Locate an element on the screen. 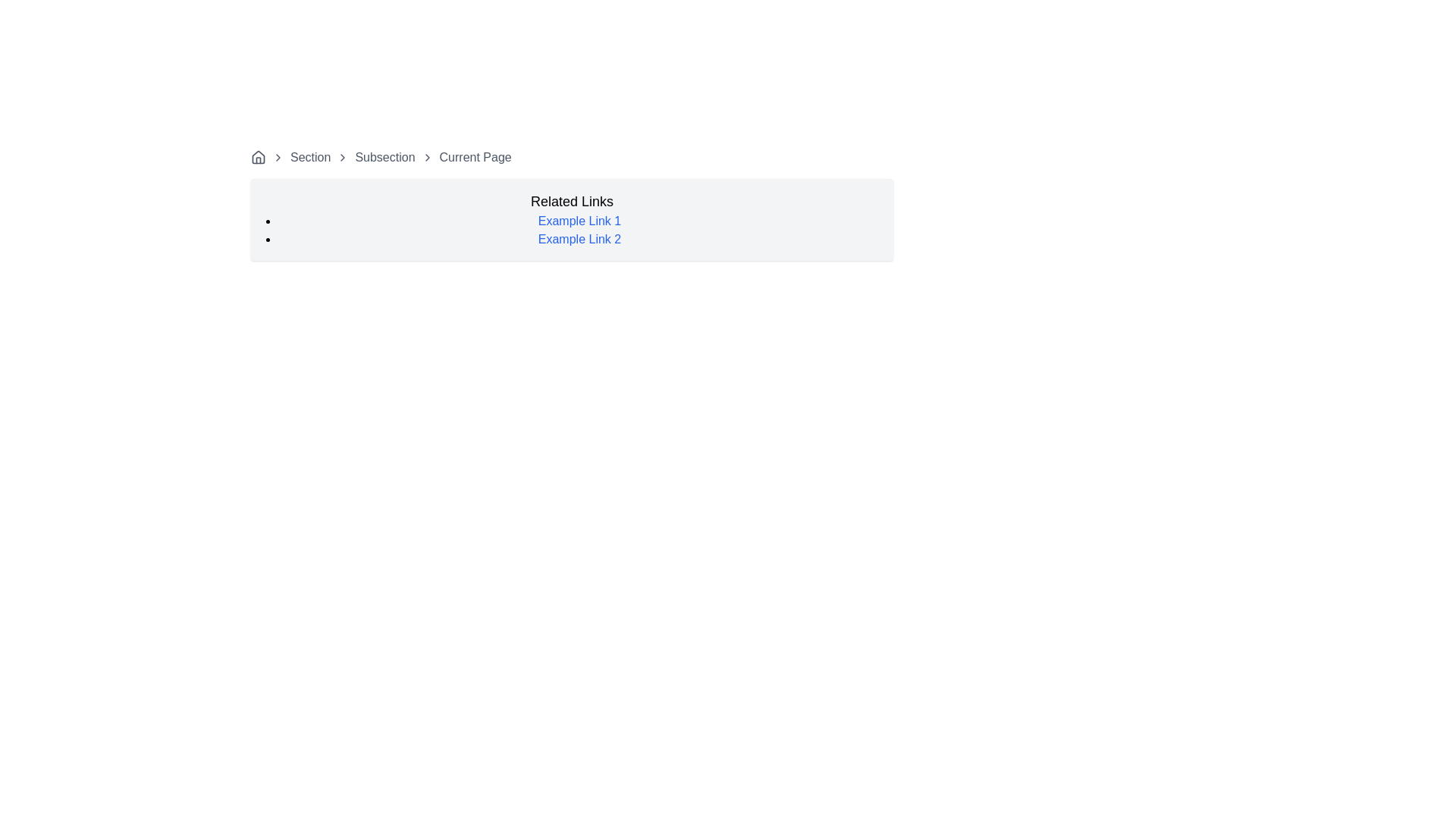 This screenshot has height=819, width=1456. the current page text label in the breadcrumb navigation, which is the last text component in the sequence, indicating the user's current location is located at coordinates (475, 158).